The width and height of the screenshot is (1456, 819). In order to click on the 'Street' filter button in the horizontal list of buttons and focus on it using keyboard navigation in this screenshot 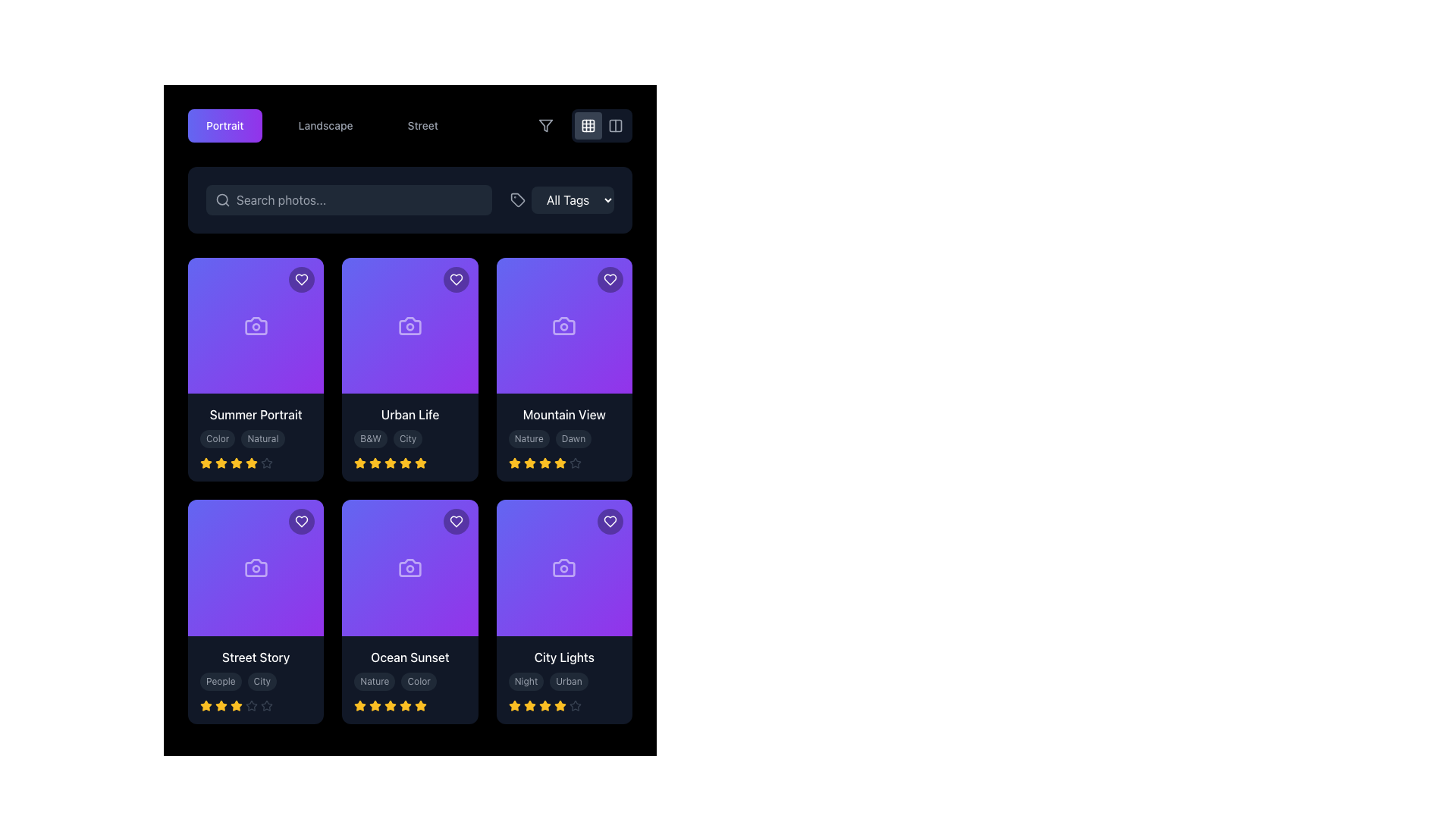, I will do `click(422, 124)`.